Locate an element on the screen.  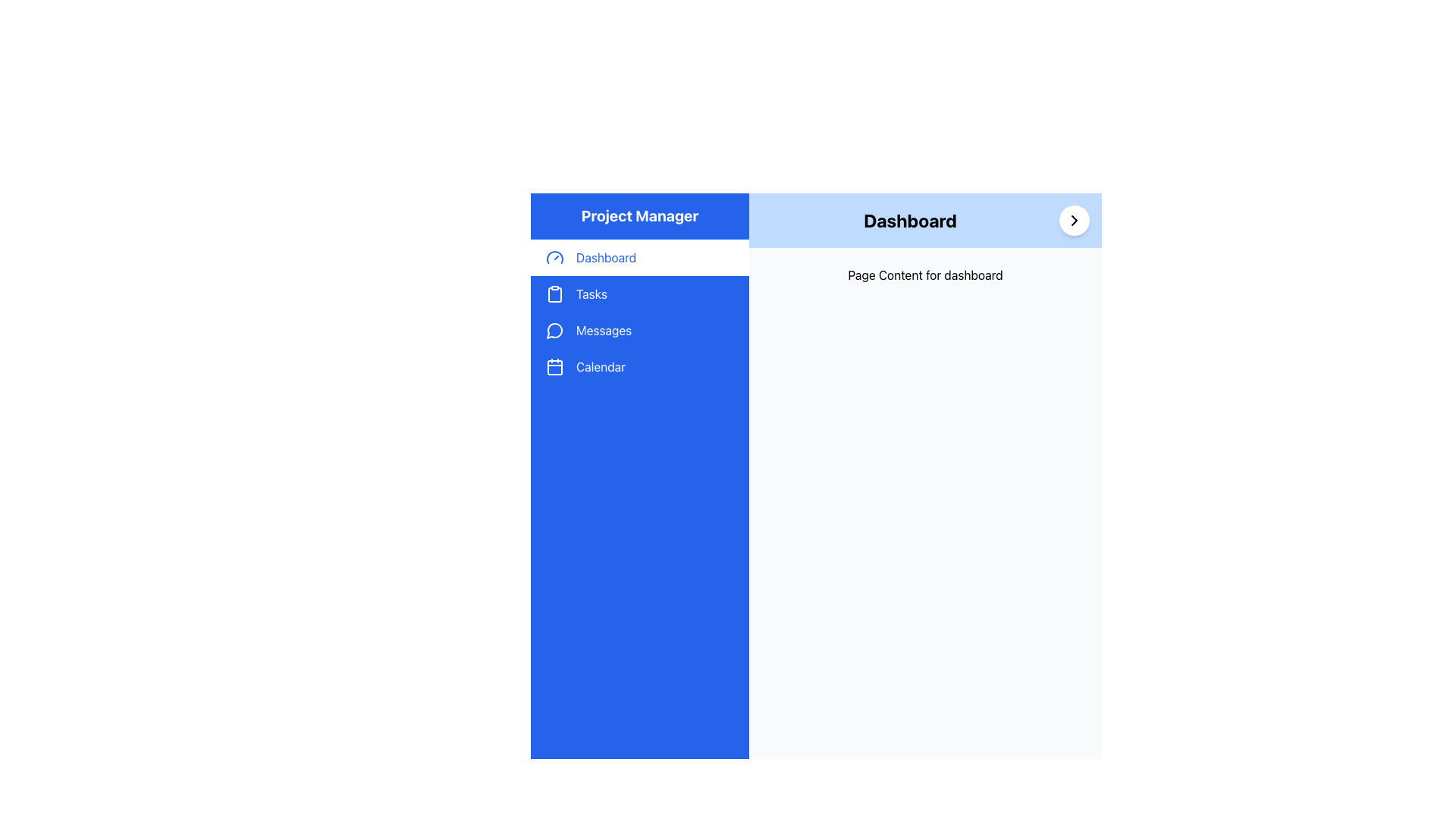
text of the Section Header indicating the current focus on the 'Dashboard' section, located at the top of the central content area is located at coordinates (924, 220).